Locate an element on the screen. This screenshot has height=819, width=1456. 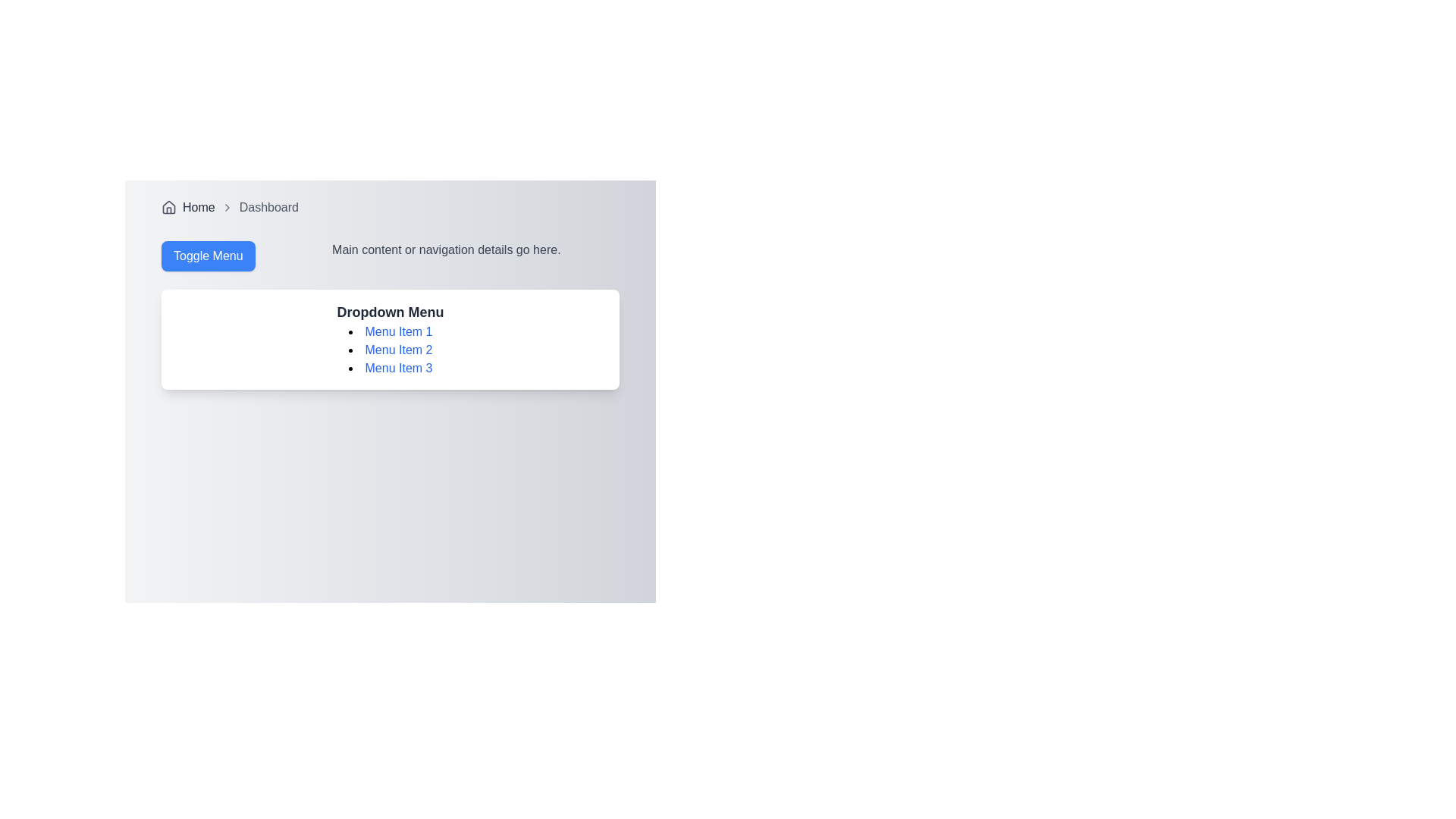
the 'Home' textual link in the breadcrumb navigation is located at coordinates (198, 207).